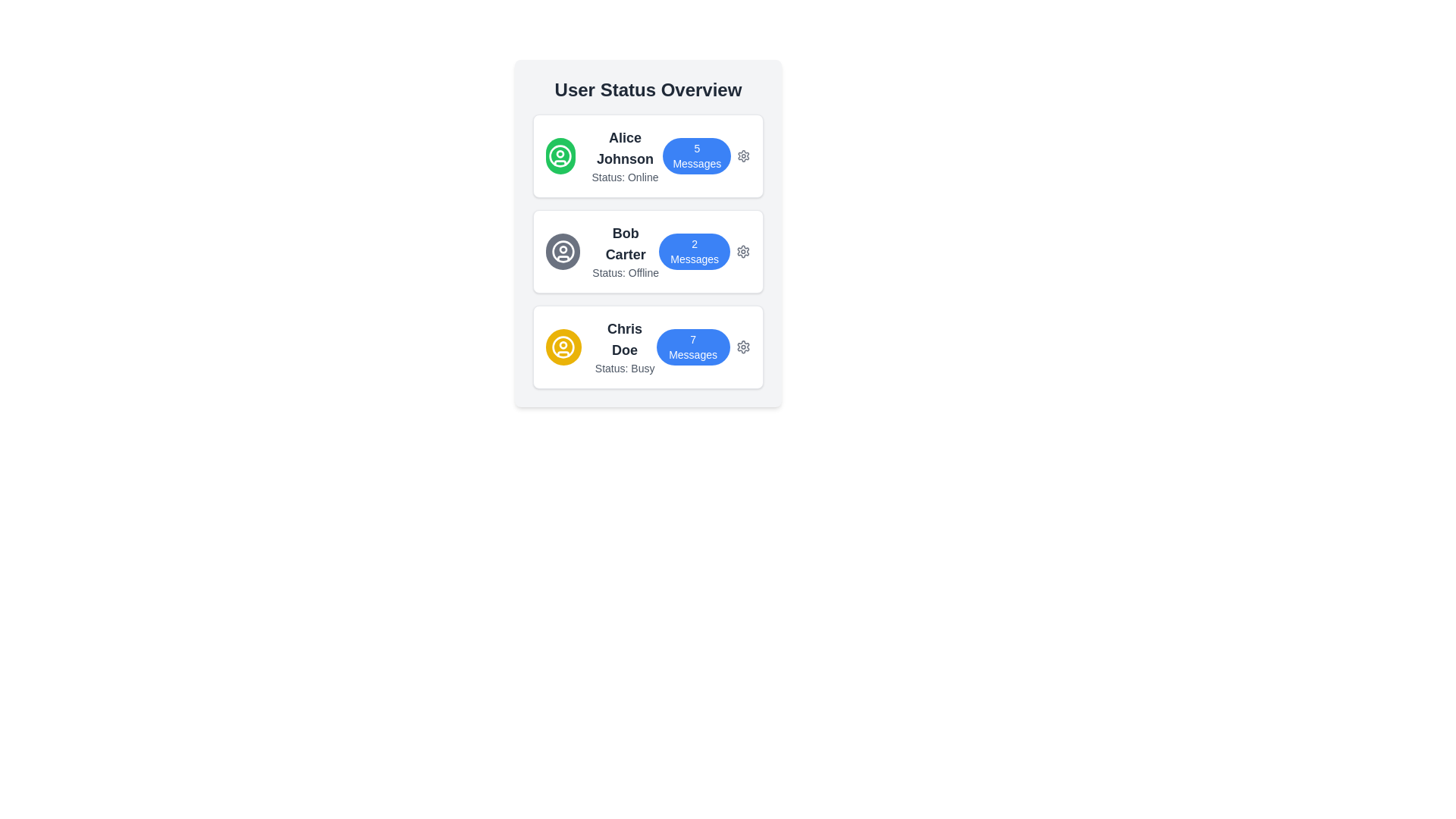 The image size is (1456, 819). Describe the element at coordinates (625, 149) in the screenshot. I see `the text label displaying the name 'Alice Johnson', which serves as an identifier for the user in the profile list` at that location.